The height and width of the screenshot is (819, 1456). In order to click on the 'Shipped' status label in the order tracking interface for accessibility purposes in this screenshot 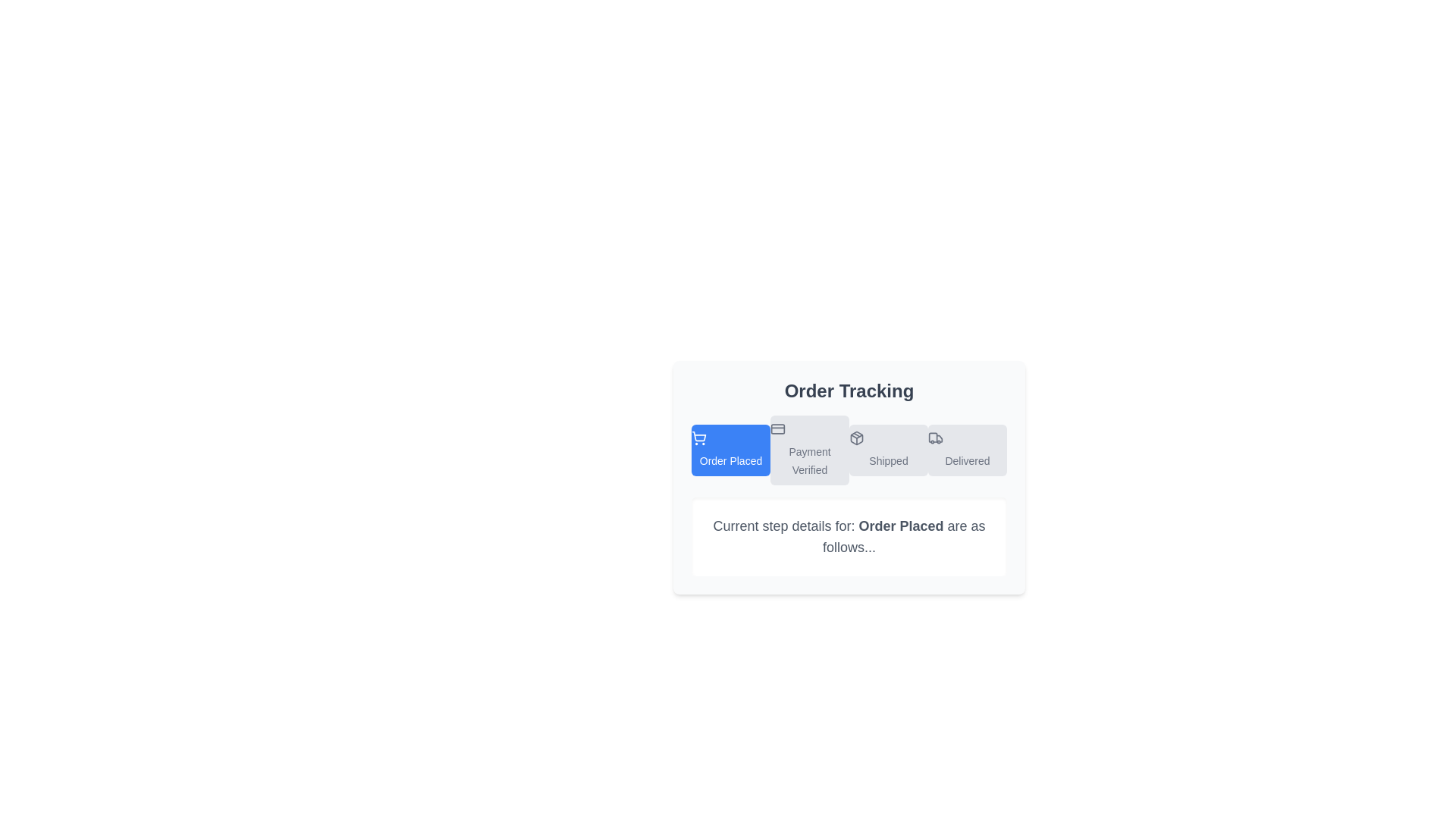, I will do `click(888, 460)`.